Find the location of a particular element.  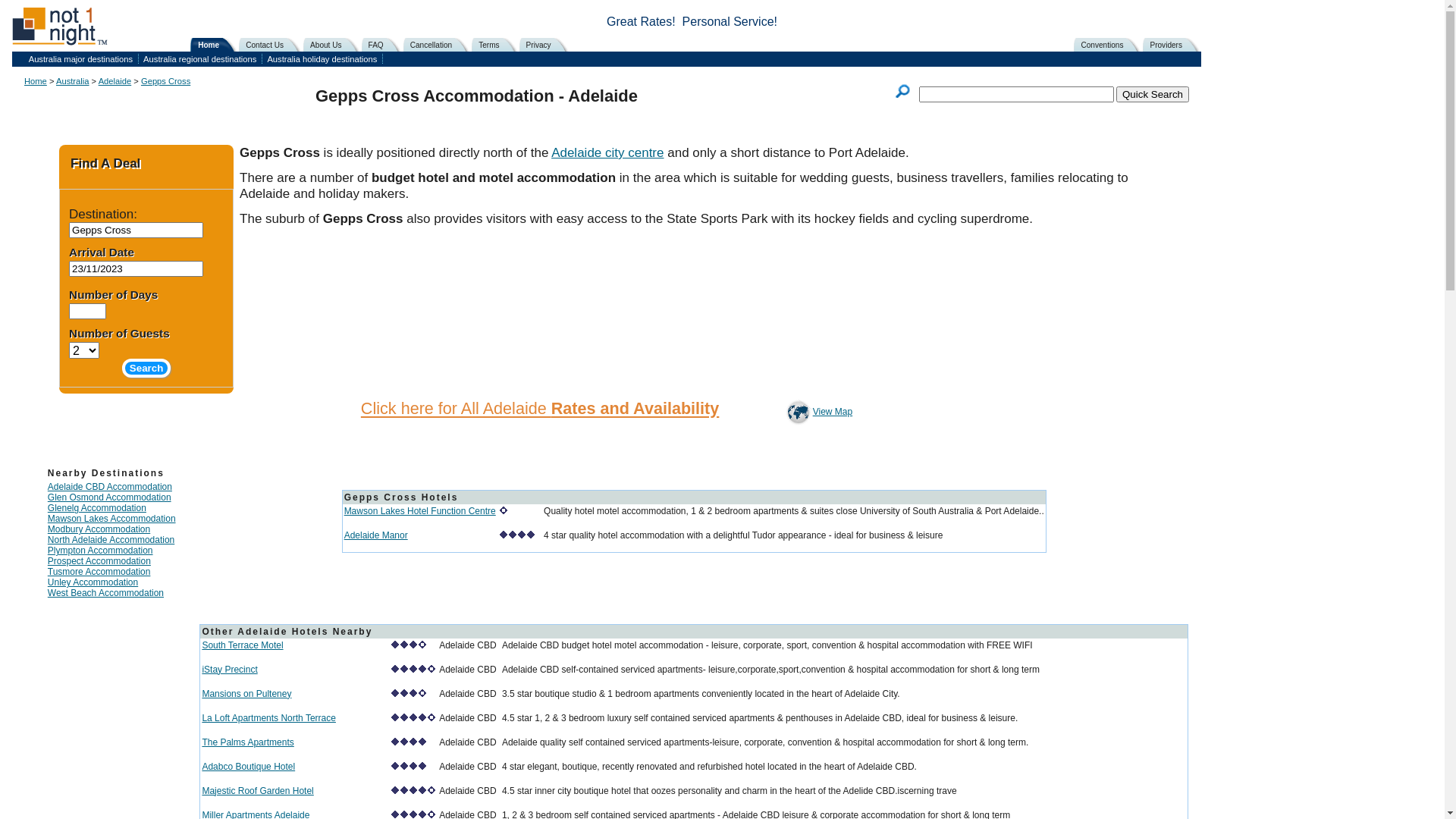

'Modbury Accommodation' is located at coordinates (98, 529).